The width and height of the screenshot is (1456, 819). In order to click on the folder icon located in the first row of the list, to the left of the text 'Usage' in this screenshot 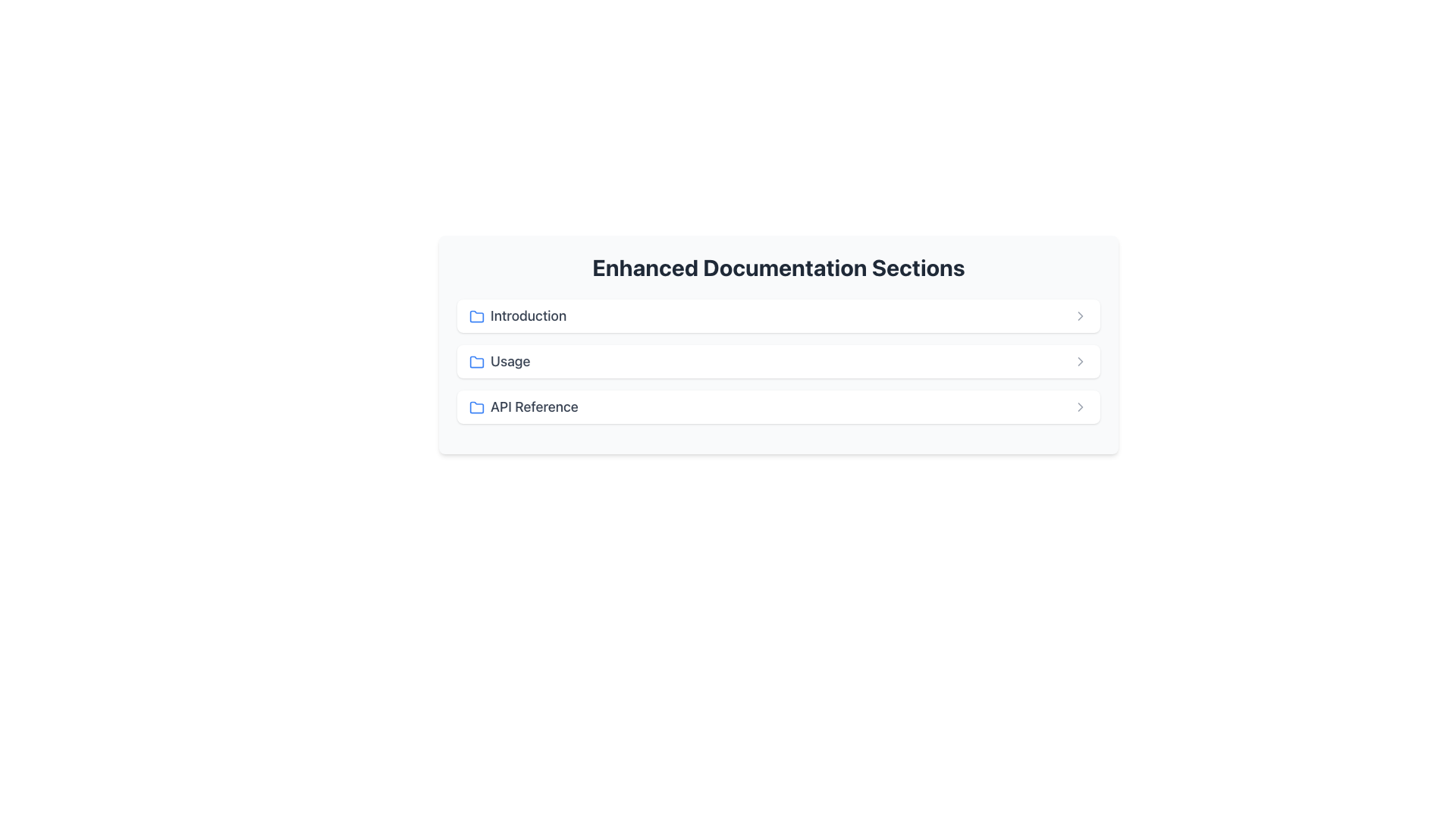, I will do `click(475, 315)`.